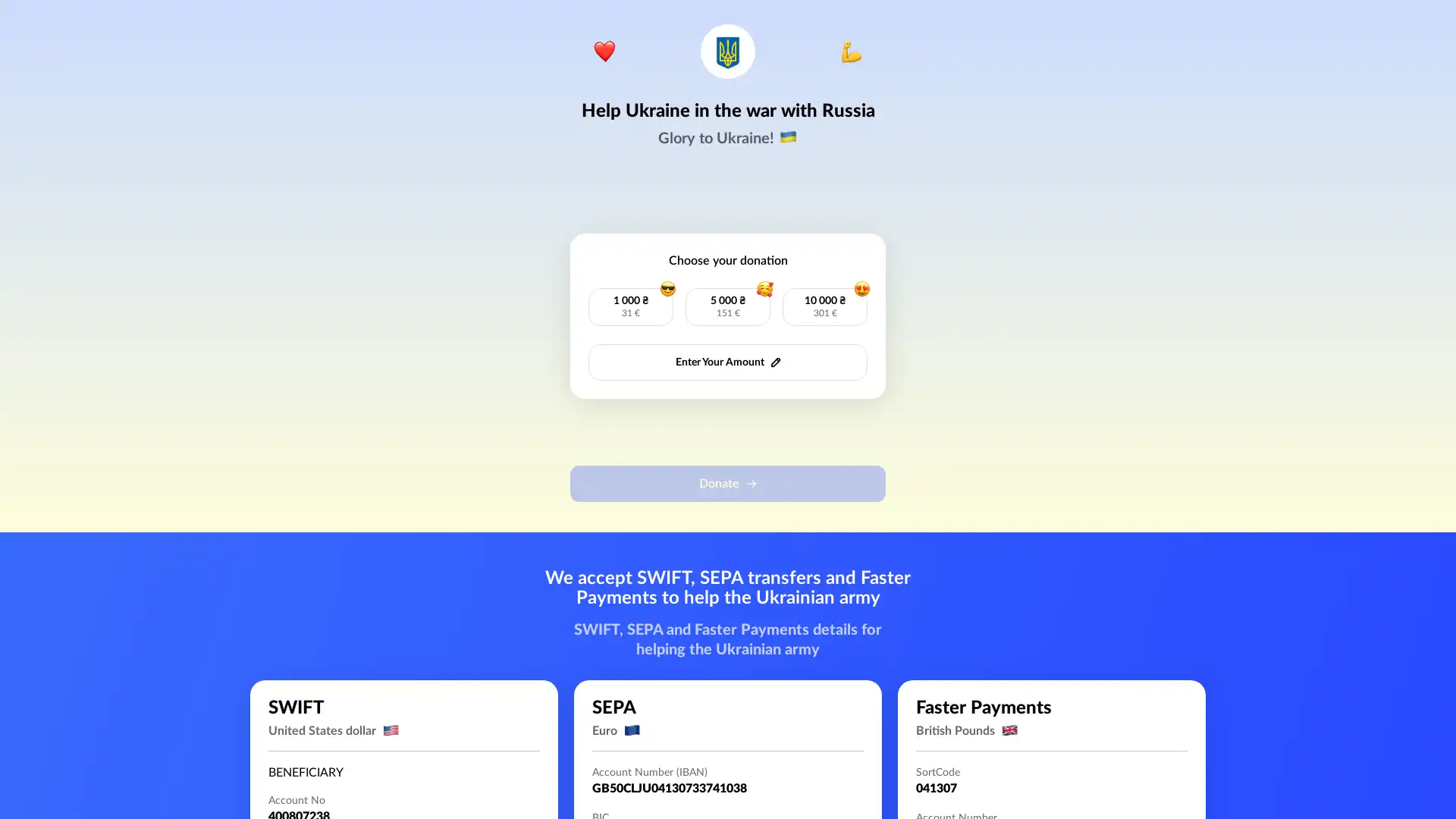 The height and width of the screenshot is (819, 1456). What do you see at coordinates (728, 483) in the screenshot?
I see `Donate` at bounding box center [728, 483].